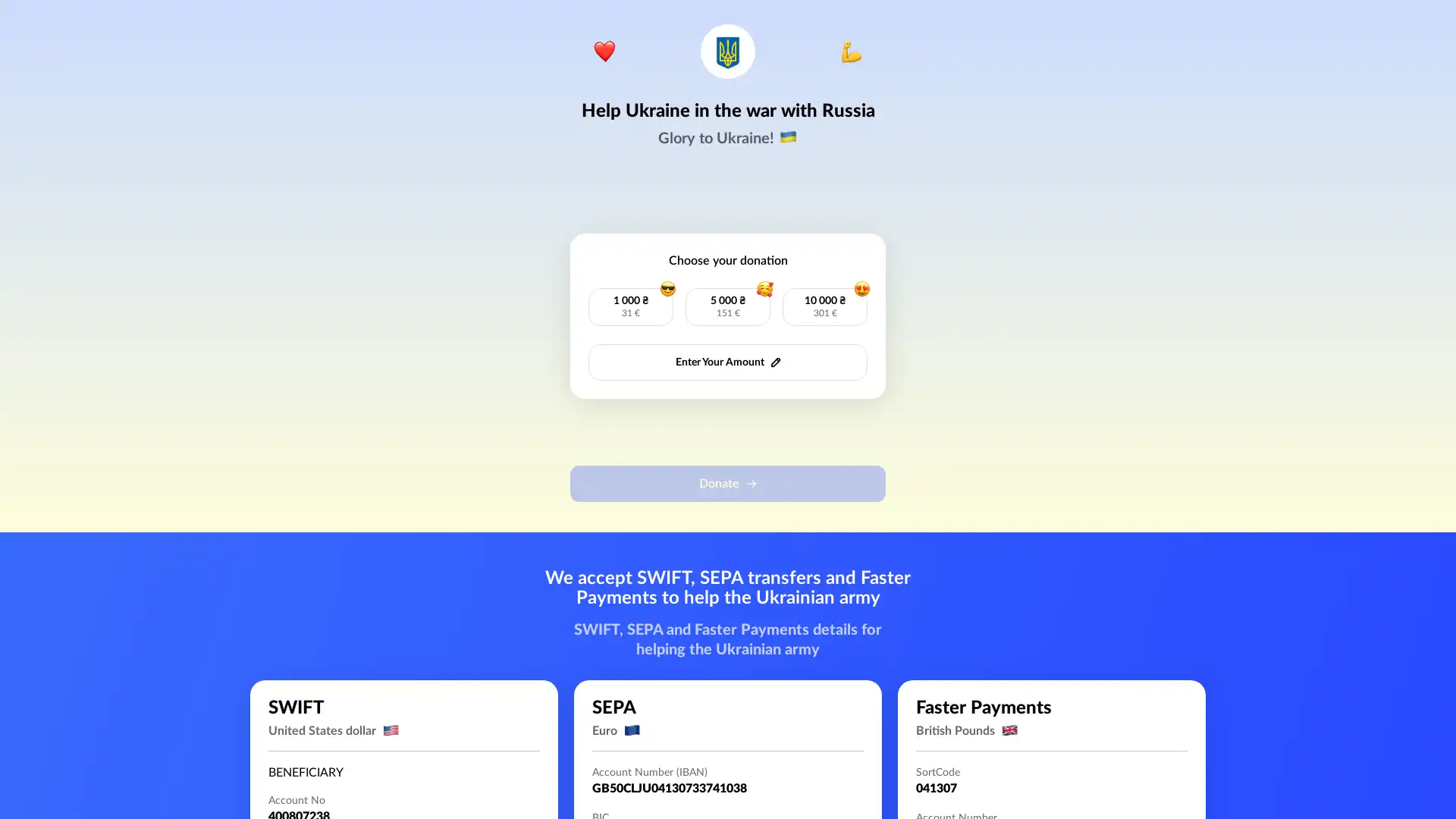 The height and width of the screenshot is (819, 1456). What do you see at coordinates (728, 483) in the screenshot?
I see `Donate` at bounding box center [728, 483].